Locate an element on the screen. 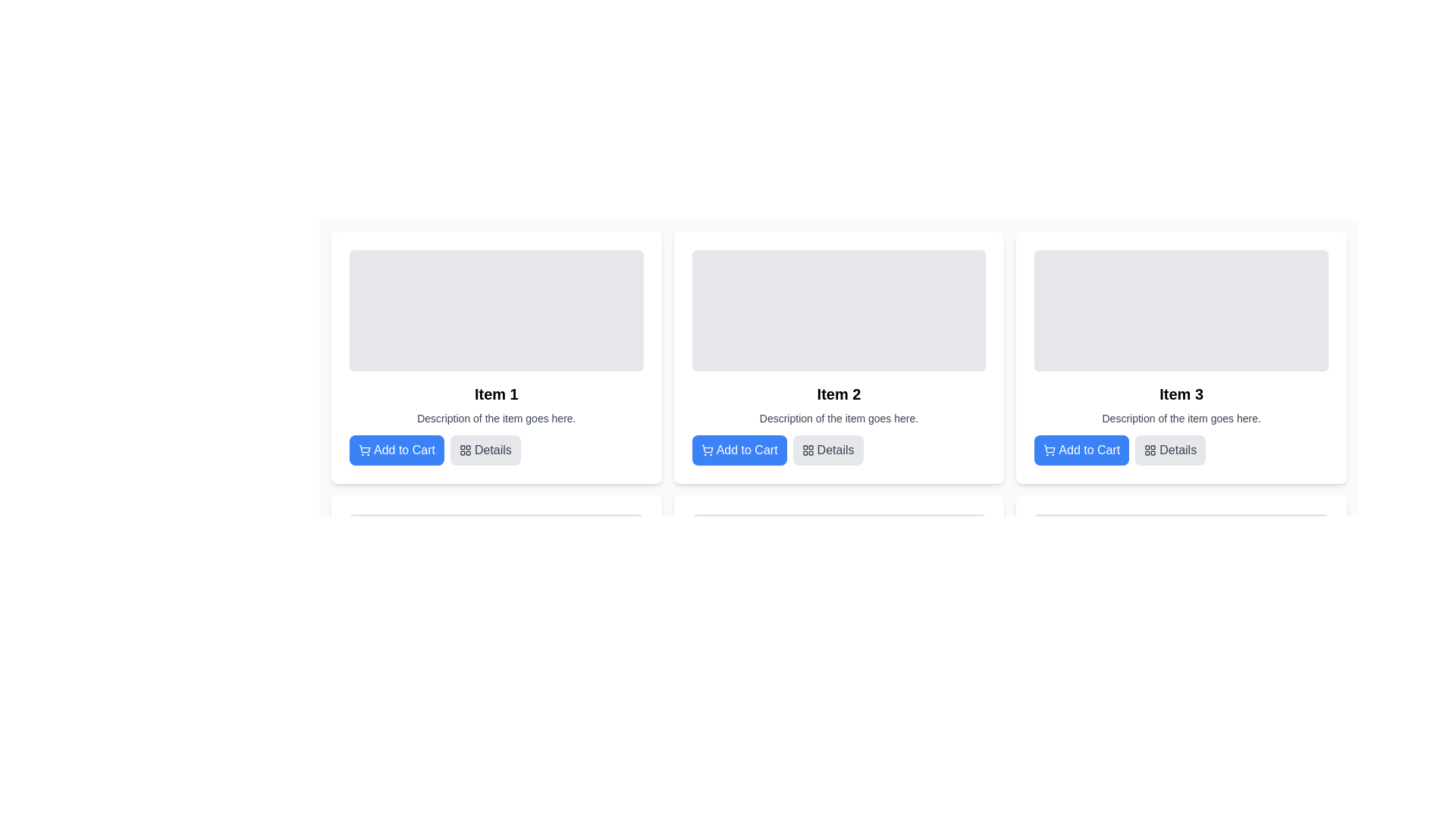 The width and height of the screenshot is (1456, 819). the button labeled 'Details' which has a light gray background and dark gray text, positioned to the right of the 'Add to Cart' button in the UI is located at coordinates (1169, 450).